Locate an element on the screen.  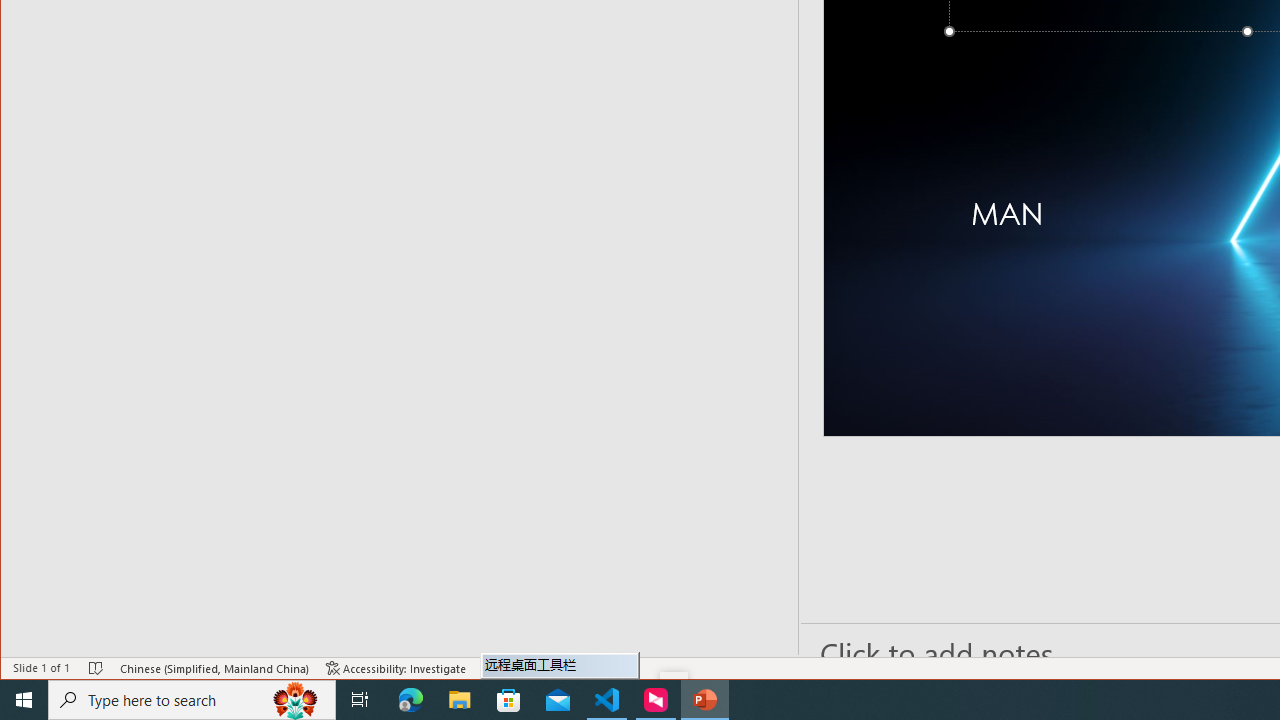
'Microsoft Edge' is located at coordinates (410, 698).